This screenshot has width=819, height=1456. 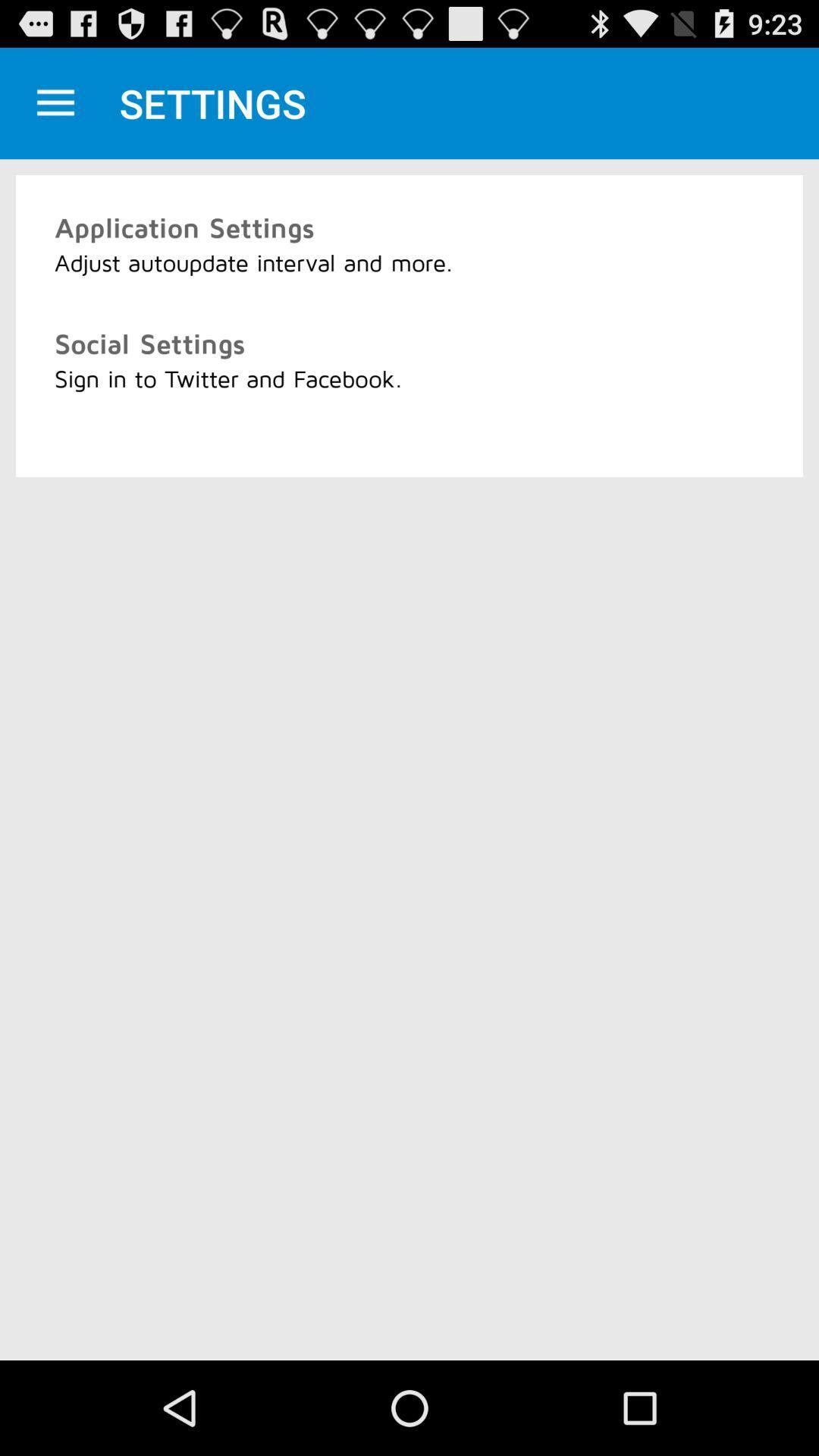 I want to click on app to the left of the settings app, so click(x=55, y=102).